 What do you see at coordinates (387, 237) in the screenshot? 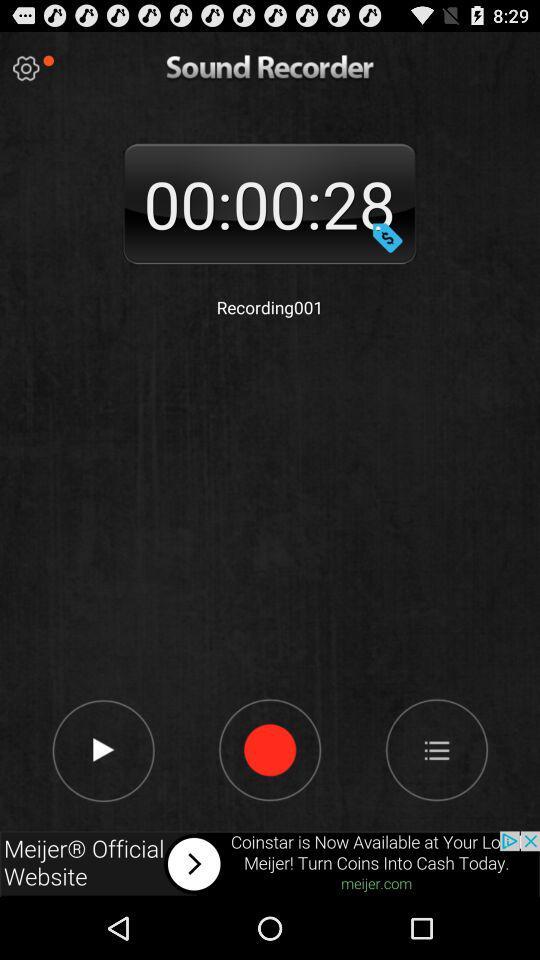
I see `change date and time` at bounding box center [387, 237].